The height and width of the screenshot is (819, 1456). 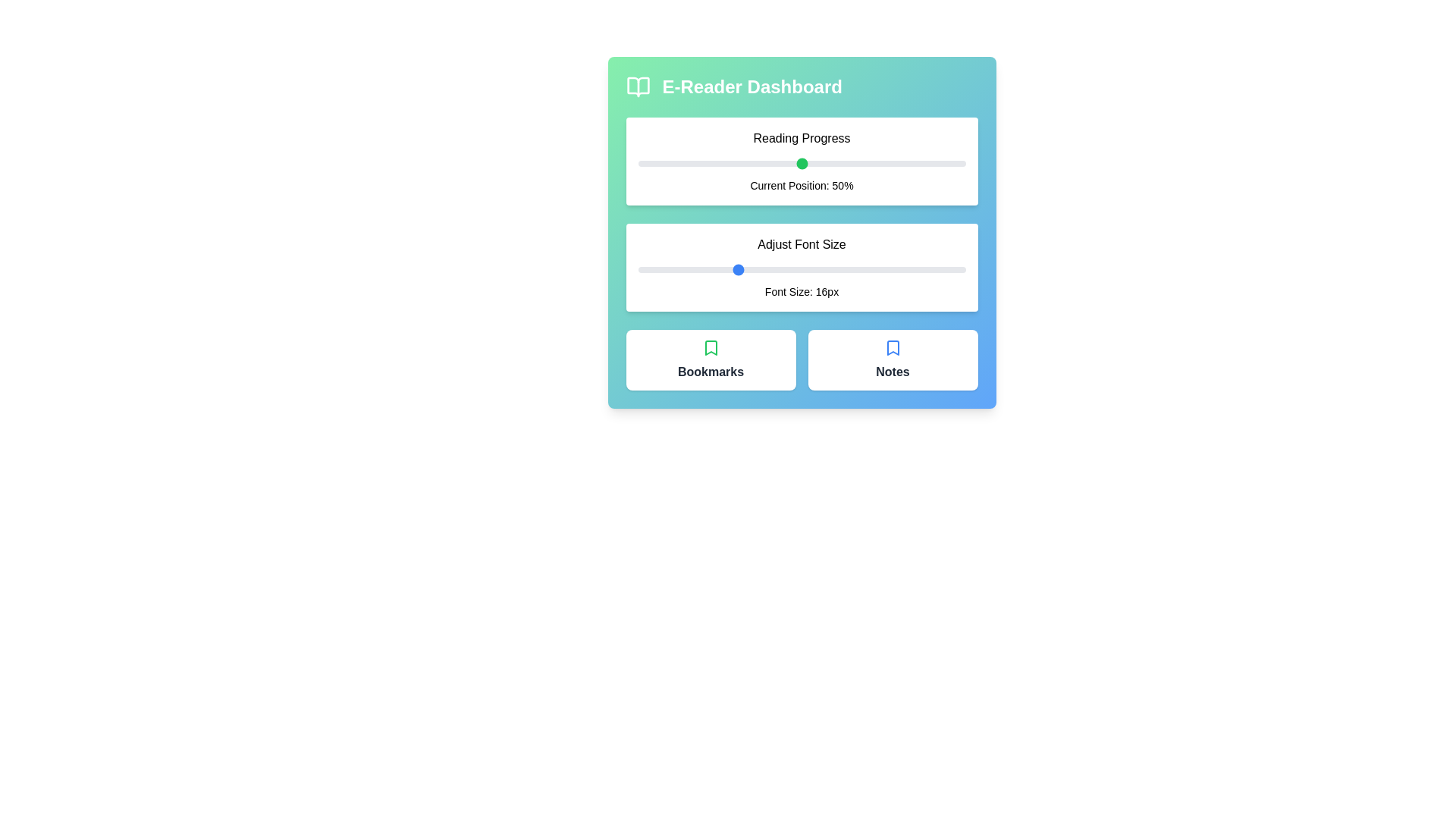 What do you see at coordinates (686, 268) in the screenshot?
I see `the font size slider to 13 px` at bounding box center [686, 268].